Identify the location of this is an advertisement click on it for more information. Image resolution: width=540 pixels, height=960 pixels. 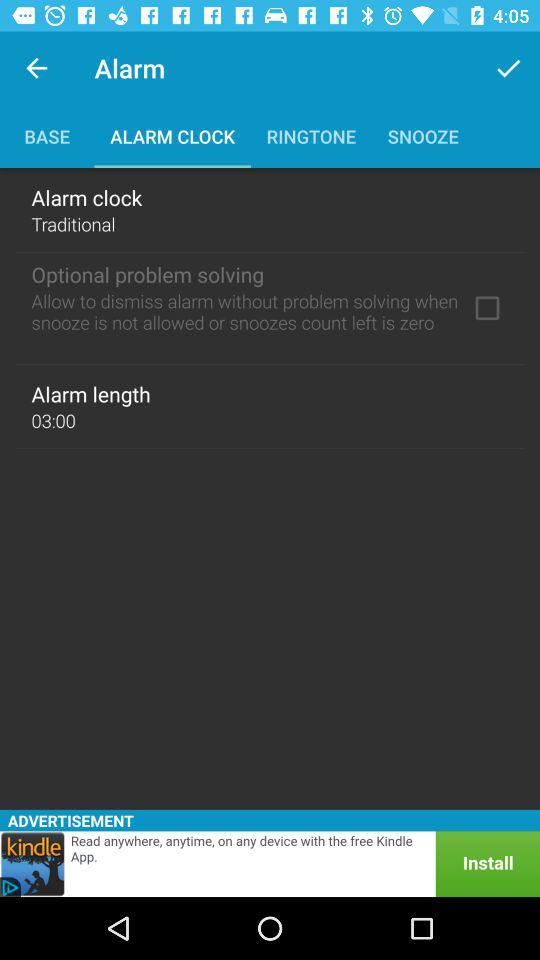
(270, 863).